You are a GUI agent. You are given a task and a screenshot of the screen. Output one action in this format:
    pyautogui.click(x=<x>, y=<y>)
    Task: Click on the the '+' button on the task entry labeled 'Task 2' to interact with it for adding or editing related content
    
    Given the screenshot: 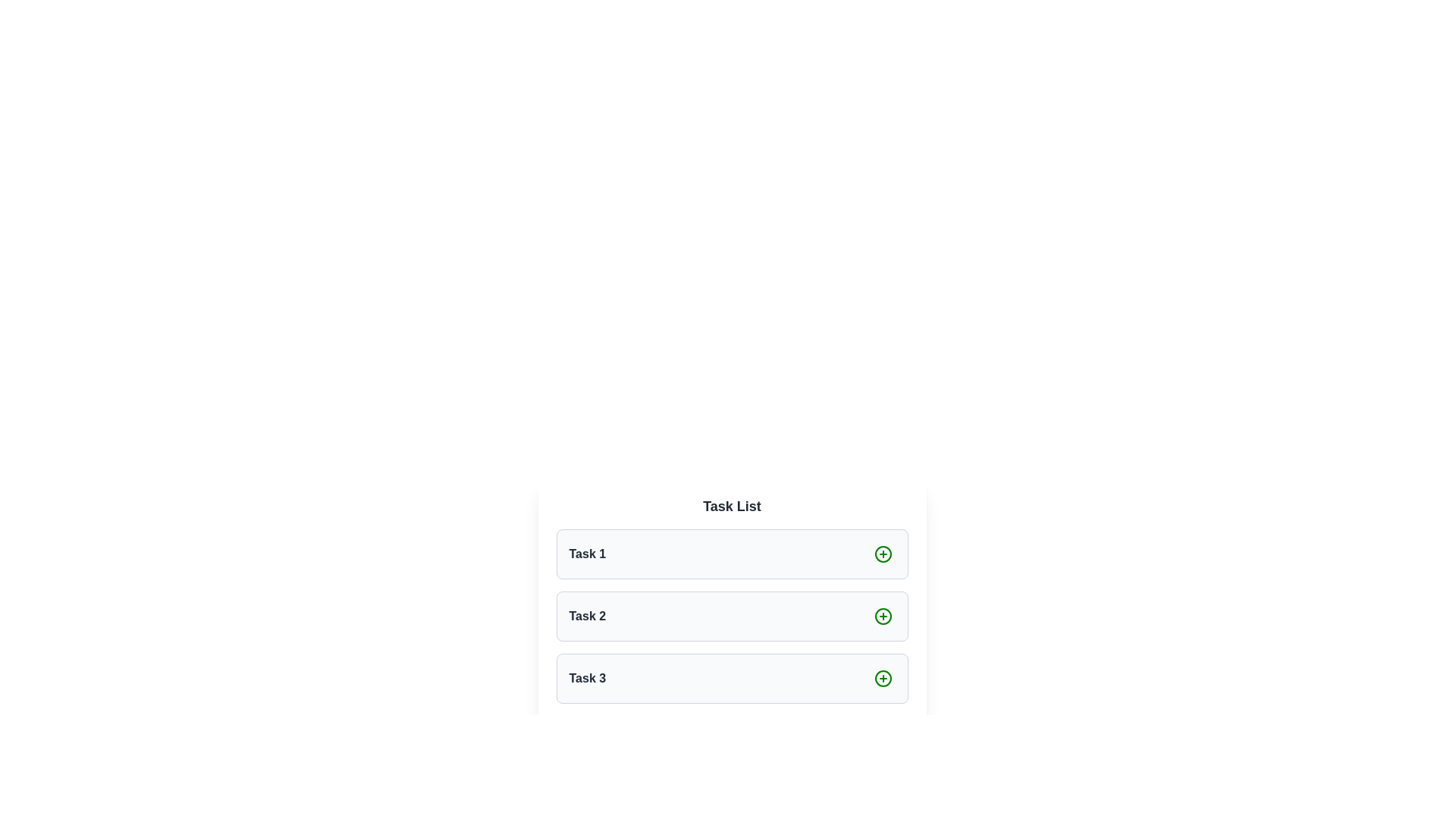 What is the action you would take?
    pyautogui.click(x=732, y=617)
    